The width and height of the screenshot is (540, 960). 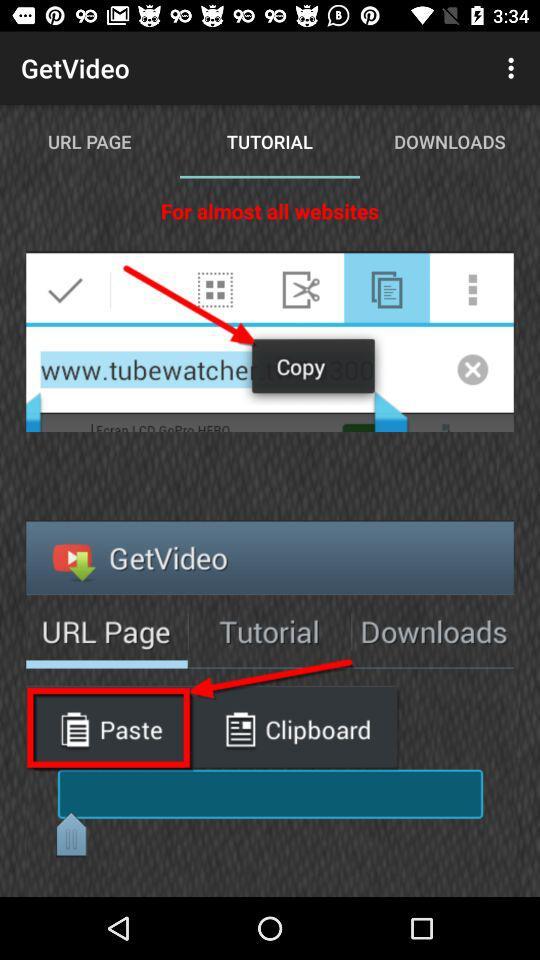 What do you see at coordinates (513, 68) in the screenshot?
I see `the item to the right of the tutorial app` at bounding box center [513, 68].